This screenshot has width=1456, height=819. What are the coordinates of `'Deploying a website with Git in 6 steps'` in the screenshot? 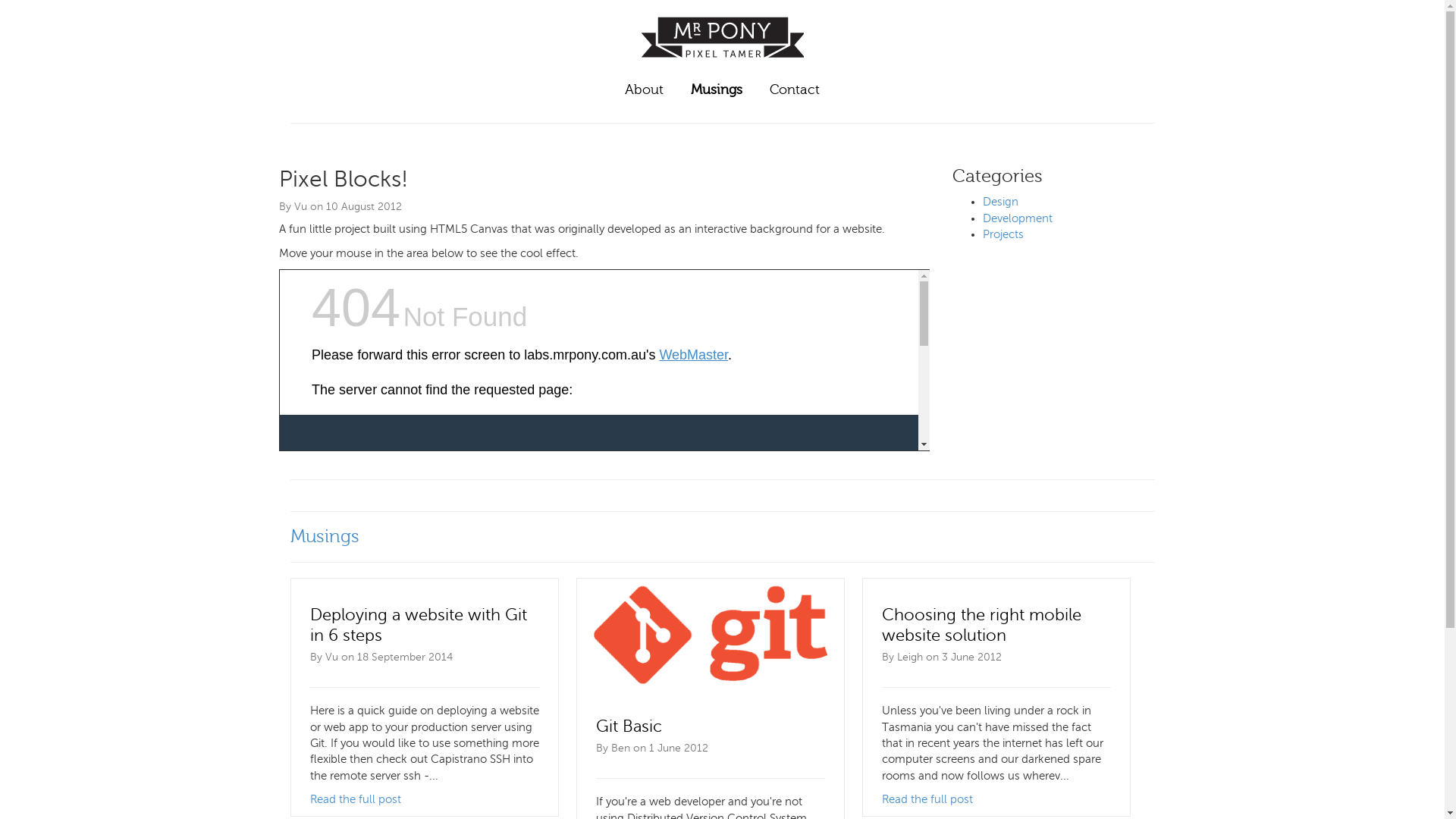 It's located at (418, 625).